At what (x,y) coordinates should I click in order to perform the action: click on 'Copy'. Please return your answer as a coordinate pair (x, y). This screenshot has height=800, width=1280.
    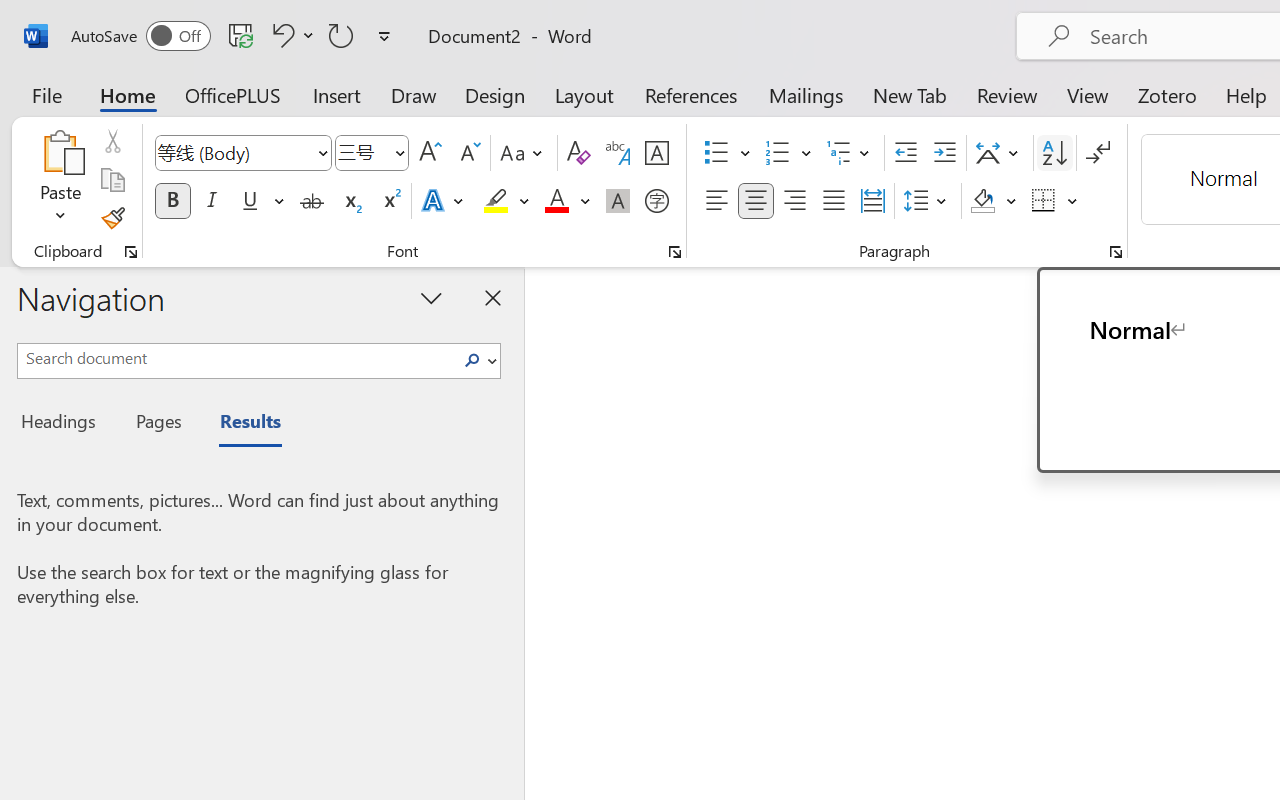
    Looking at the image, I should click on (111, 179).